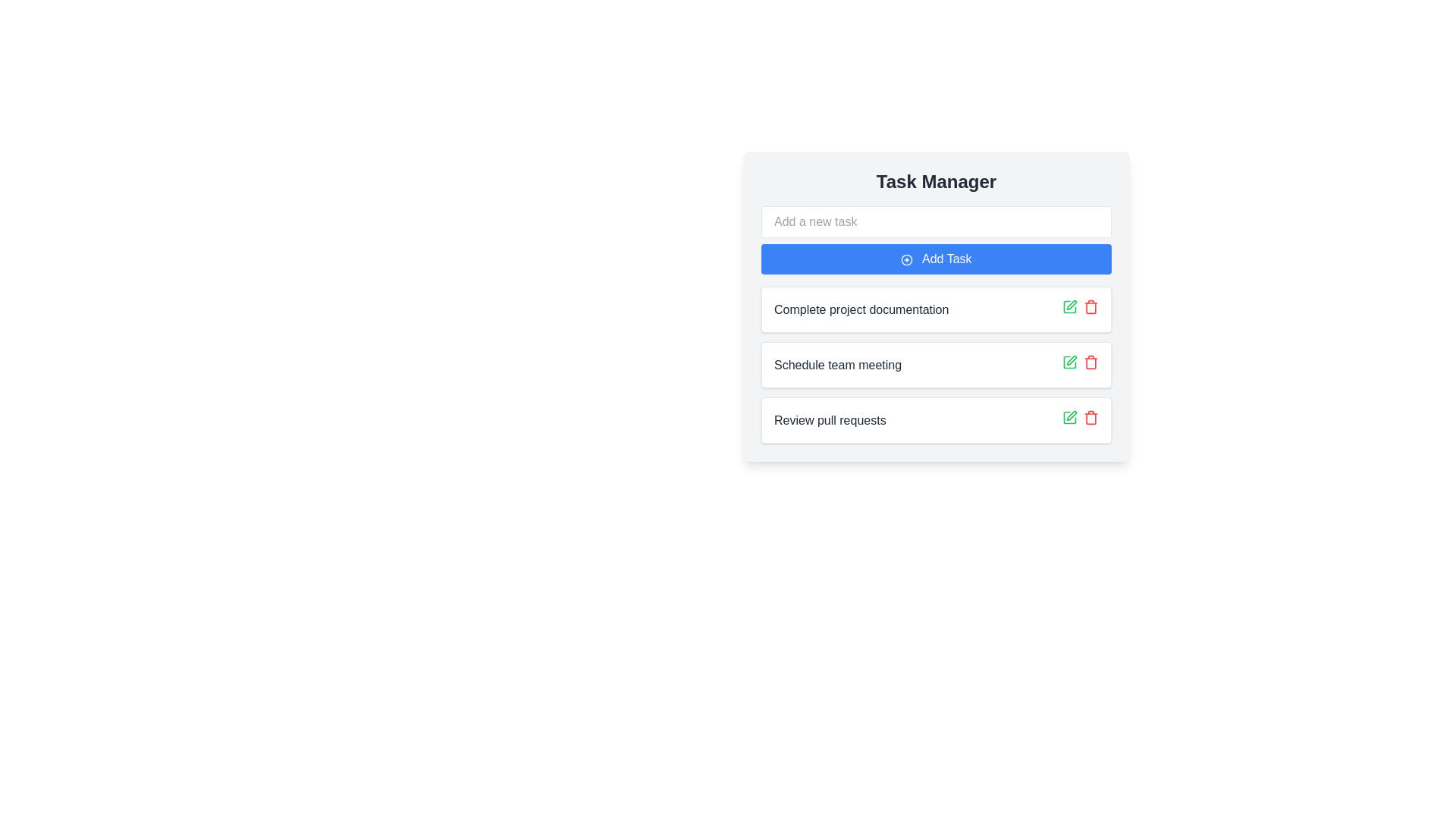 Image resolution: width=1456 pixels, height=819 pixels. I want to click on the edit icon button located near the right side of the 'Review pull requests' task entry, so click(1071, 416).